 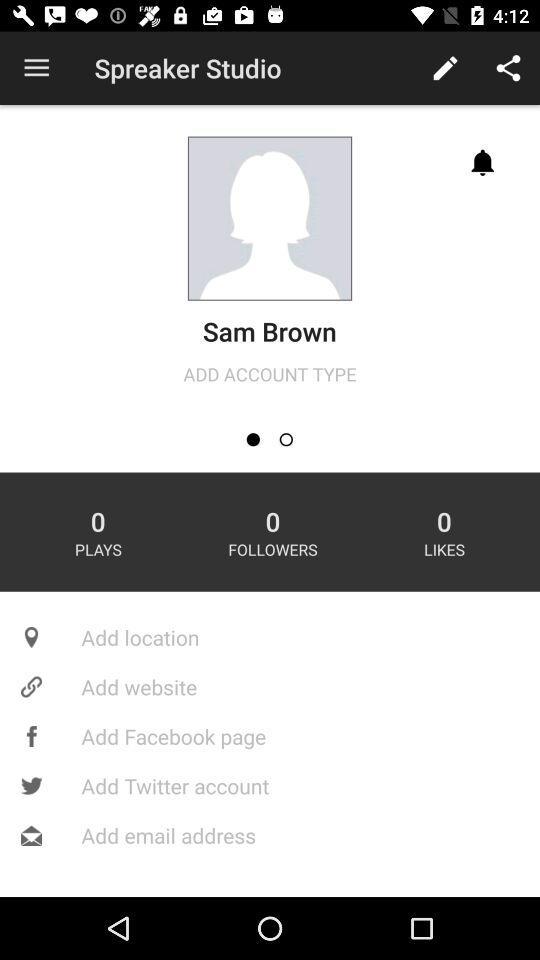 I want to click on item below add account type item, so click(x=253, y=439).